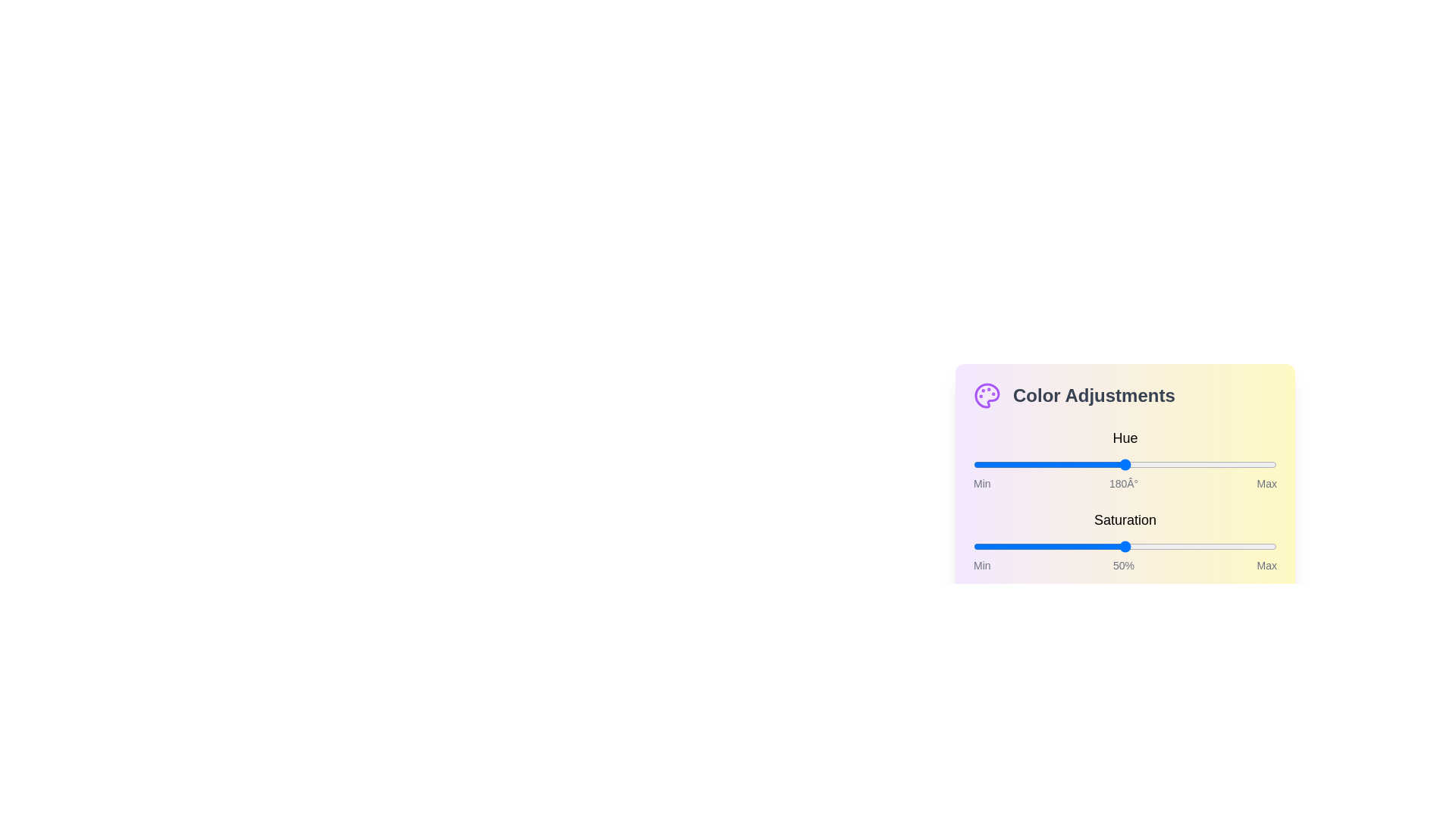  I want to click on the saturation slider to 99, so click(1274, 547).